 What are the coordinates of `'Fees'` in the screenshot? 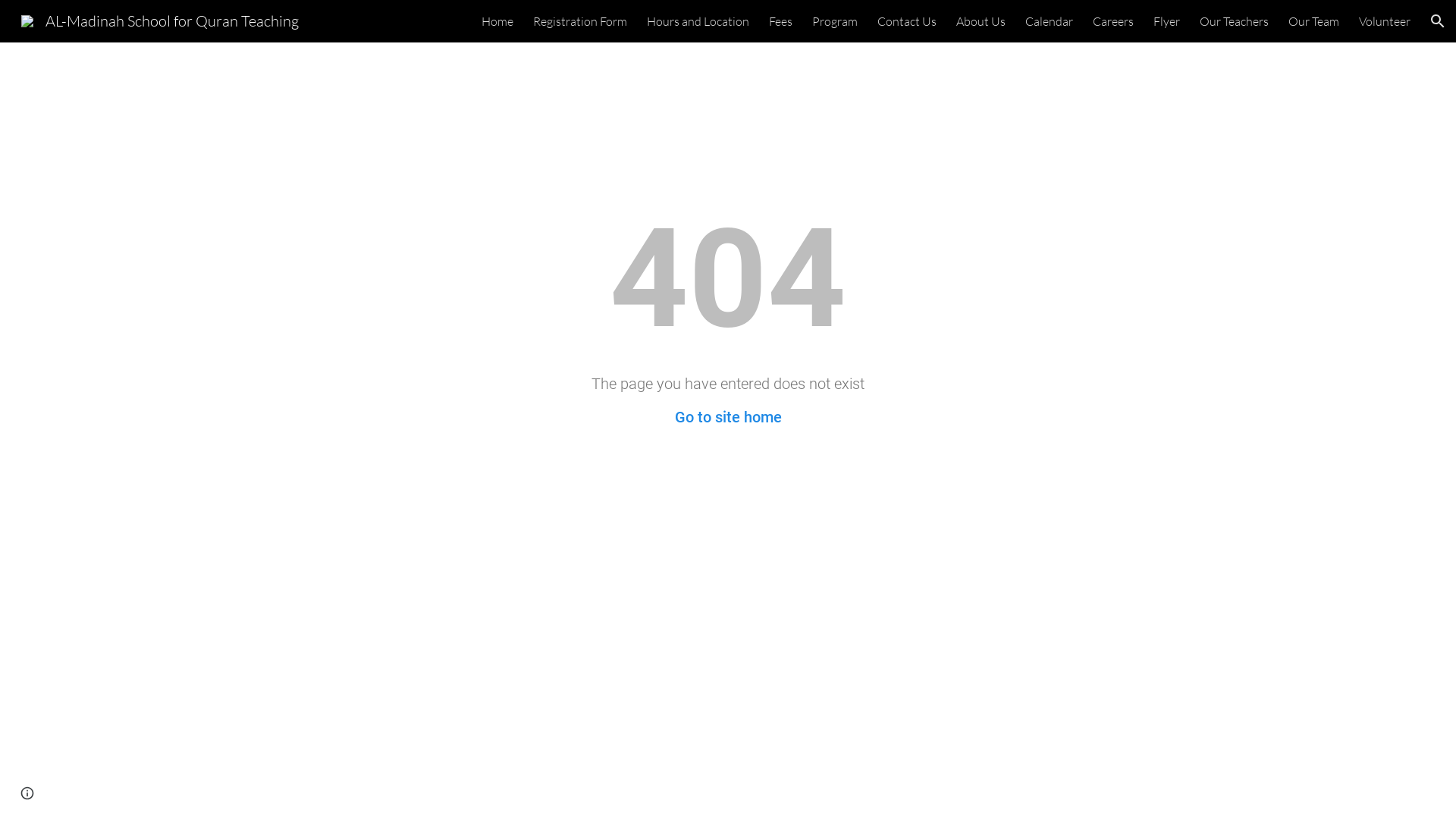 It's located at (780, 20).